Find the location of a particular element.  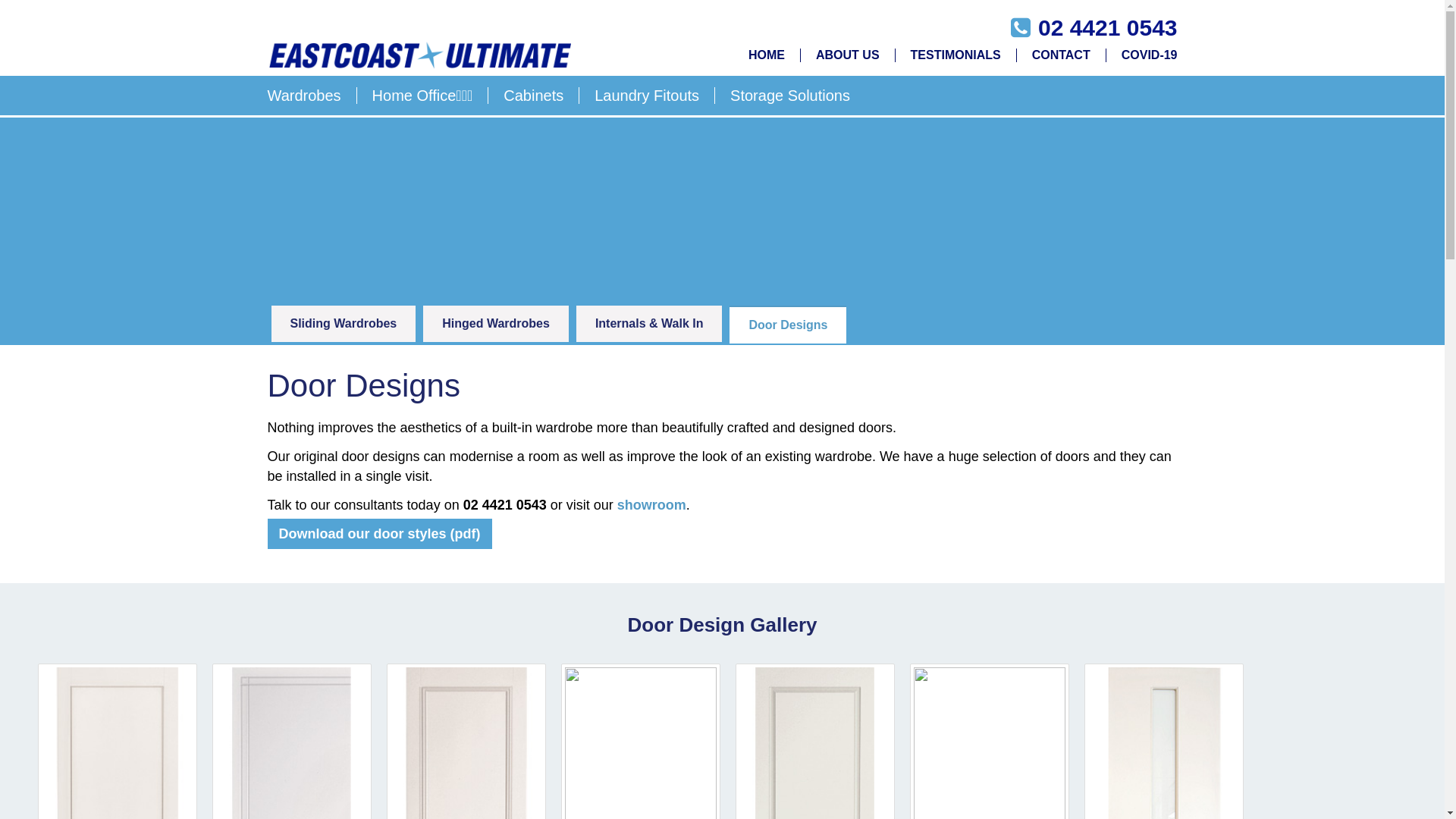

'Sliding Wardrobes' is located at coordinates (343, 323).